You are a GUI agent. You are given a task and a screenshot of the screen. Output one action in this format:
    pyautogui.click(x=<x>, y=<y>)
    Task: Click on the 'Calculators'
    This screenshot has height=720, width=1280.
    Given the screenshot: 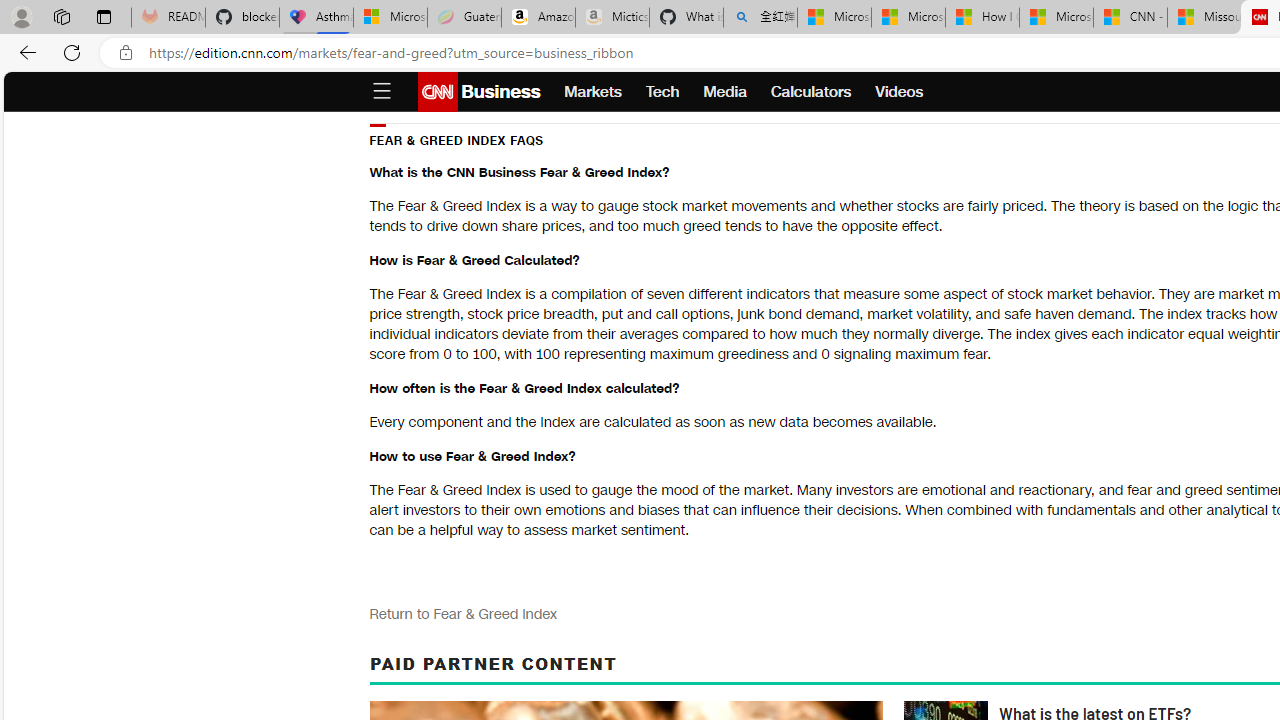 What is the action you would take?
    pyautogui.click(x=811, y=92)
    